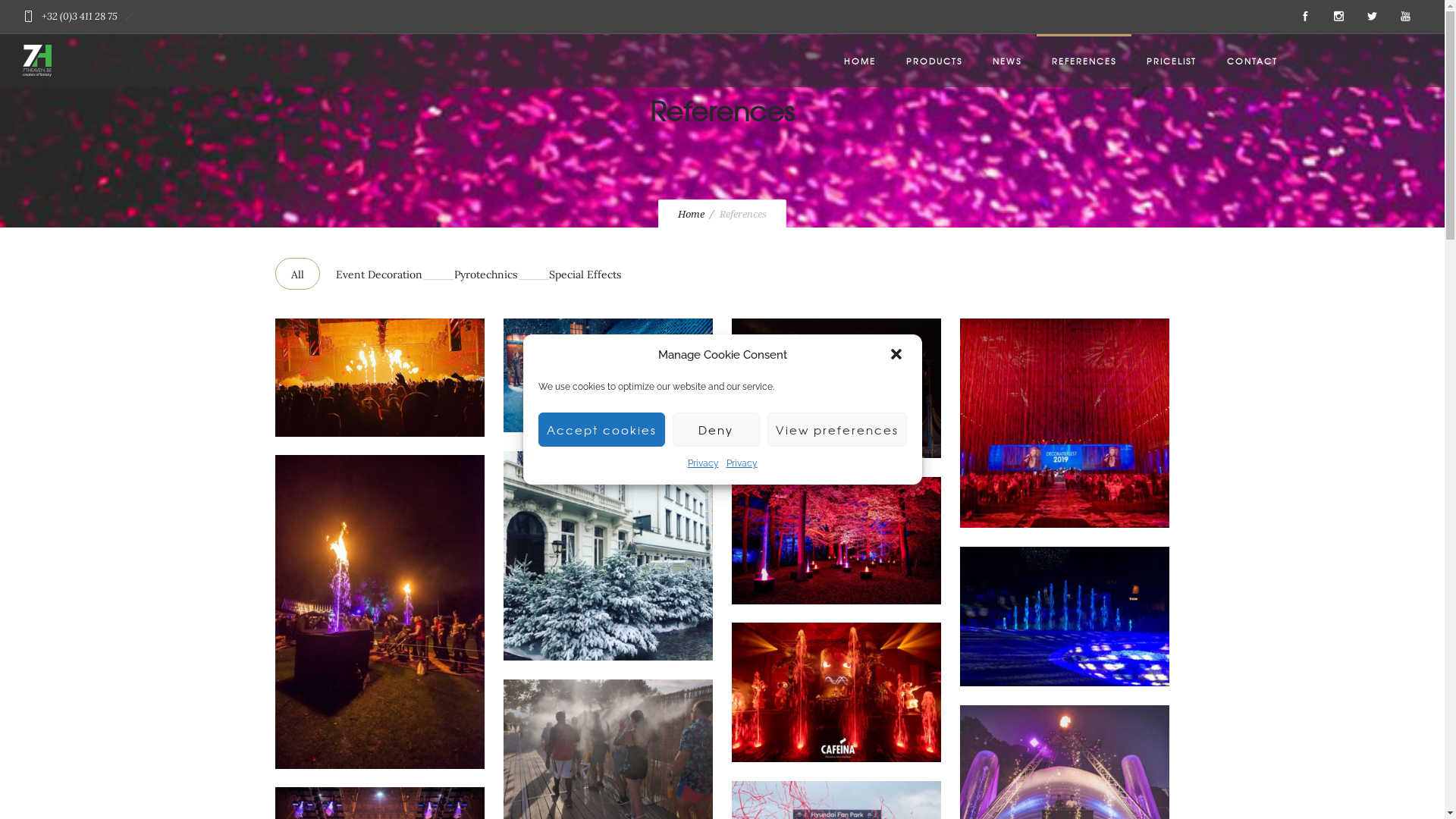 The width and height of the screenshot is (1456, 819). Describe the element at coordinates (1083, 60) in the screenshot. I see `'REFERENCES'` at that location.